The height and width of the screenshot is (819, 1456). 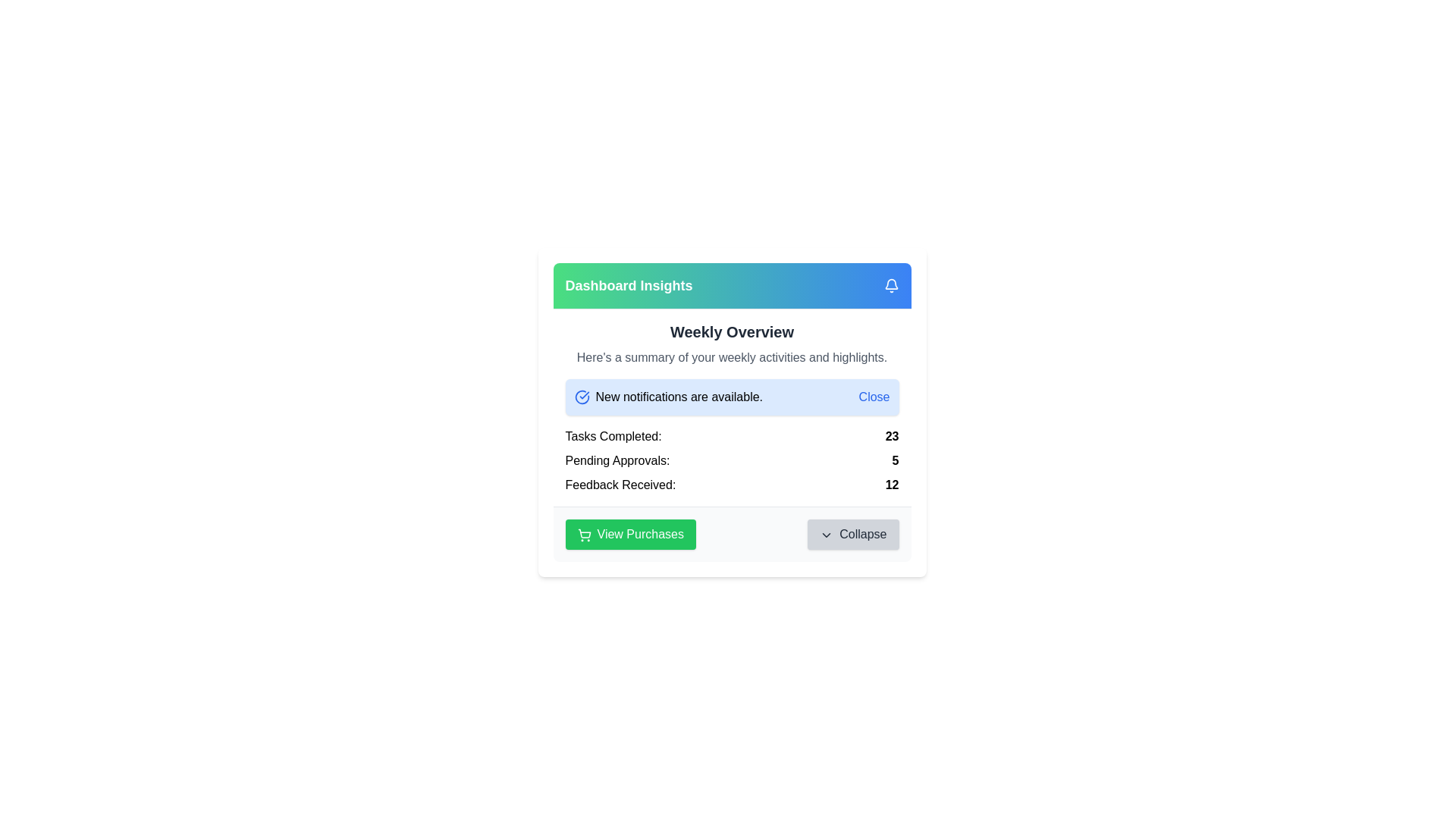 What do you see at coordinates (732, 331) in the screenshot?
I see `the Heading that serves as a section header for weekly activities, located below the 'Dashboard Insights' colored section` at bounding box center [732, 331].